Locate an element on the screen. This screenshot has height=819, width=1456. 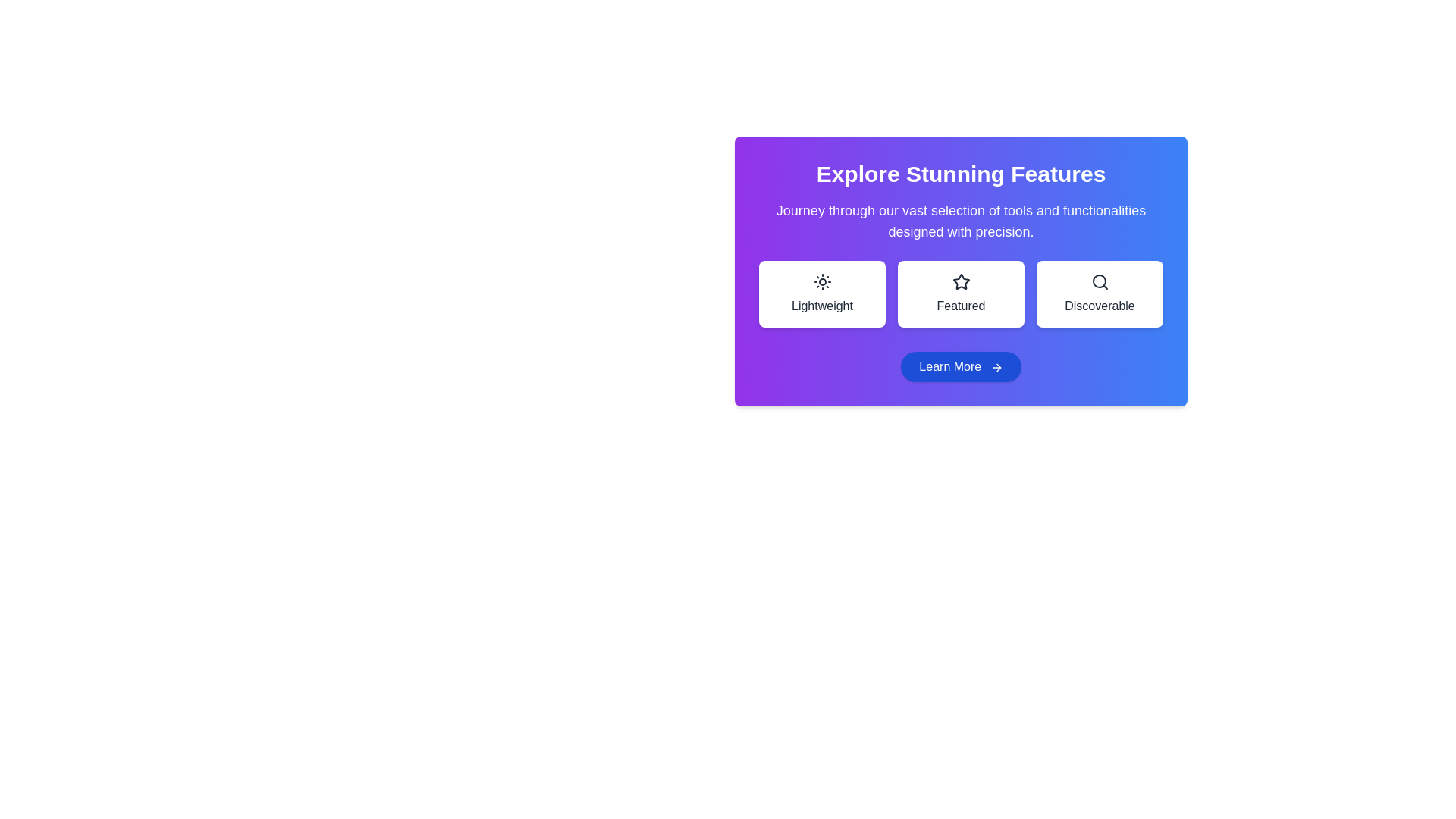
the star icon element located above the 'Featured' text label in the card component, which is centrally aligned among three horizontally arranged cards is located at coordinates (960, 281).